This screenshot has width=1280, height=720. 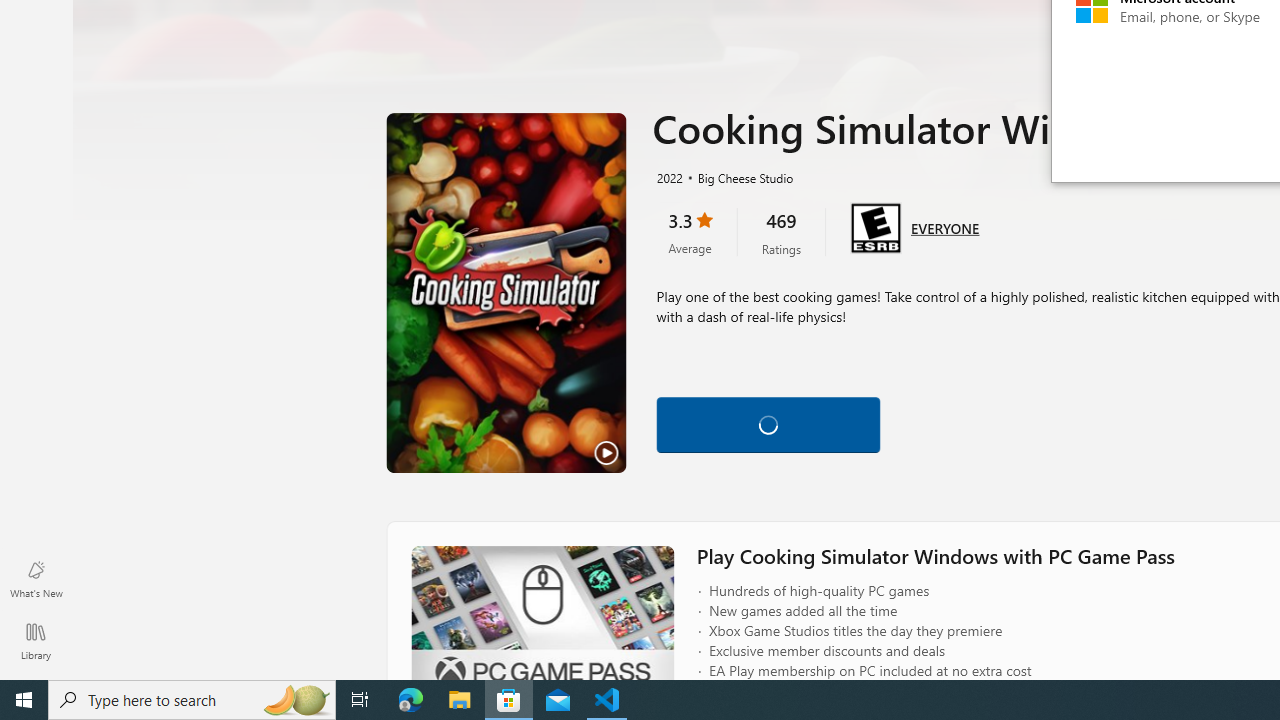 I want to click on 'File Explorer', so click(x=459, y=698).